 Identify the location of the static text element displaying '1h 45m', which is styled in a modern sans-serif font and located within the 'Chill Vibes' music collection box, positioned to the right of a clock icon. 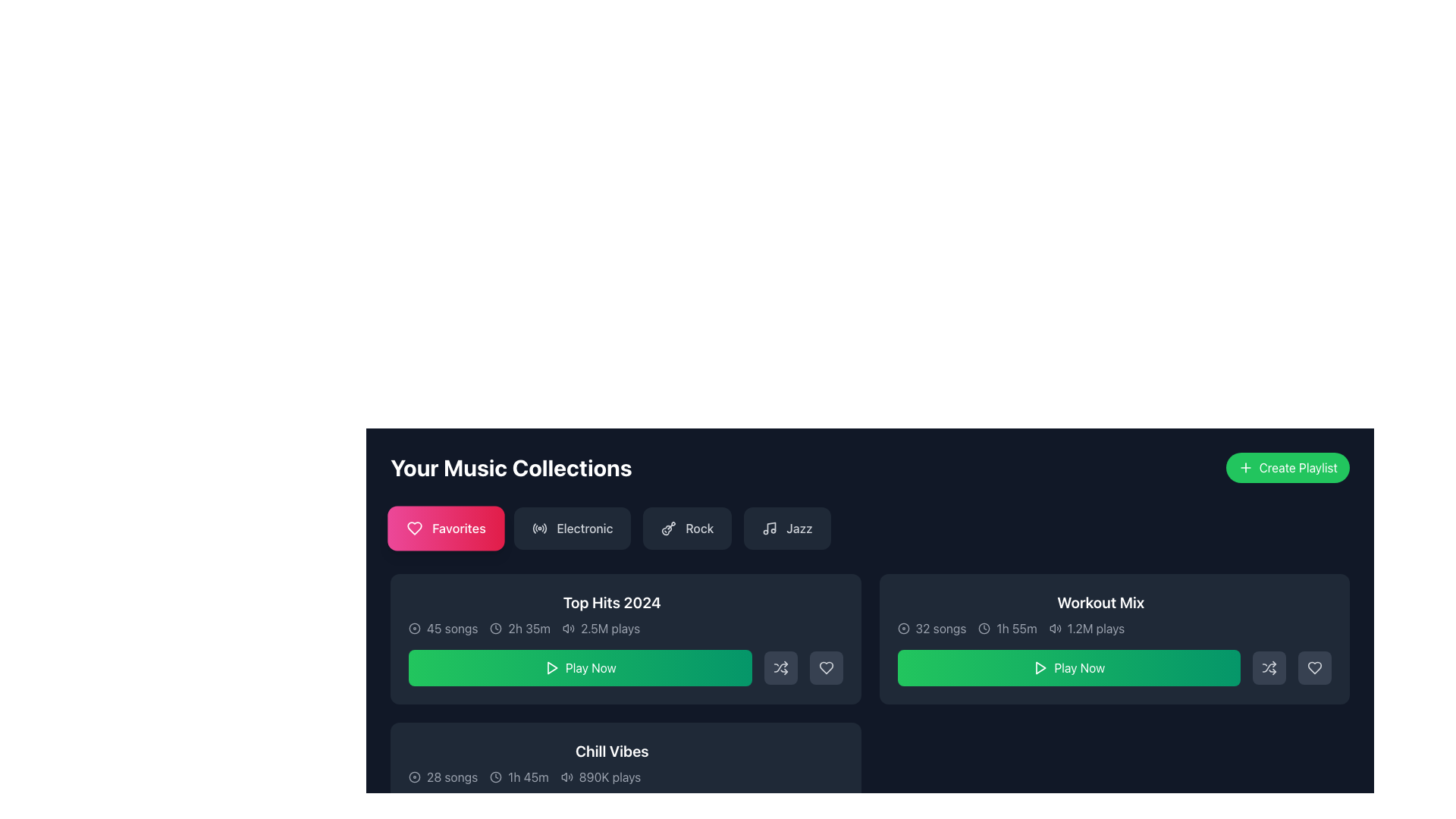
(528, 777).